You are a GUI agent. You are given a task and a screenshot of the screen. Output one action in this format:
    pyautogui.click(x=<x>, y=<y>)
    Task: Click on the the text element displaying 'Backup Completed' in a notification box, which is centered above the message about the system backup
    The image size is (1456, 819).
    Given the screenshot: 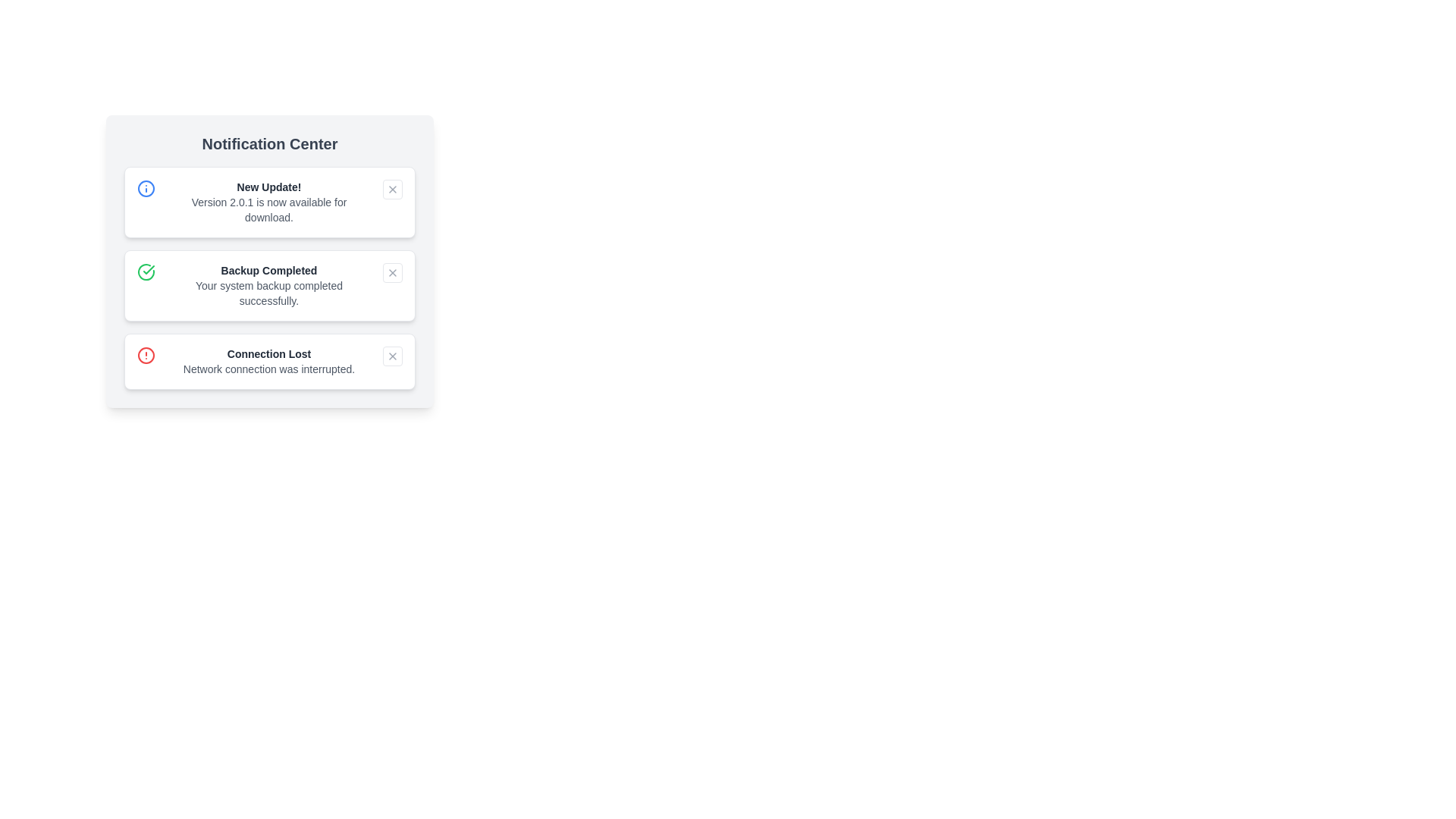 What is the action you would take?
    pyautogui.click(x=269, y=270)
    